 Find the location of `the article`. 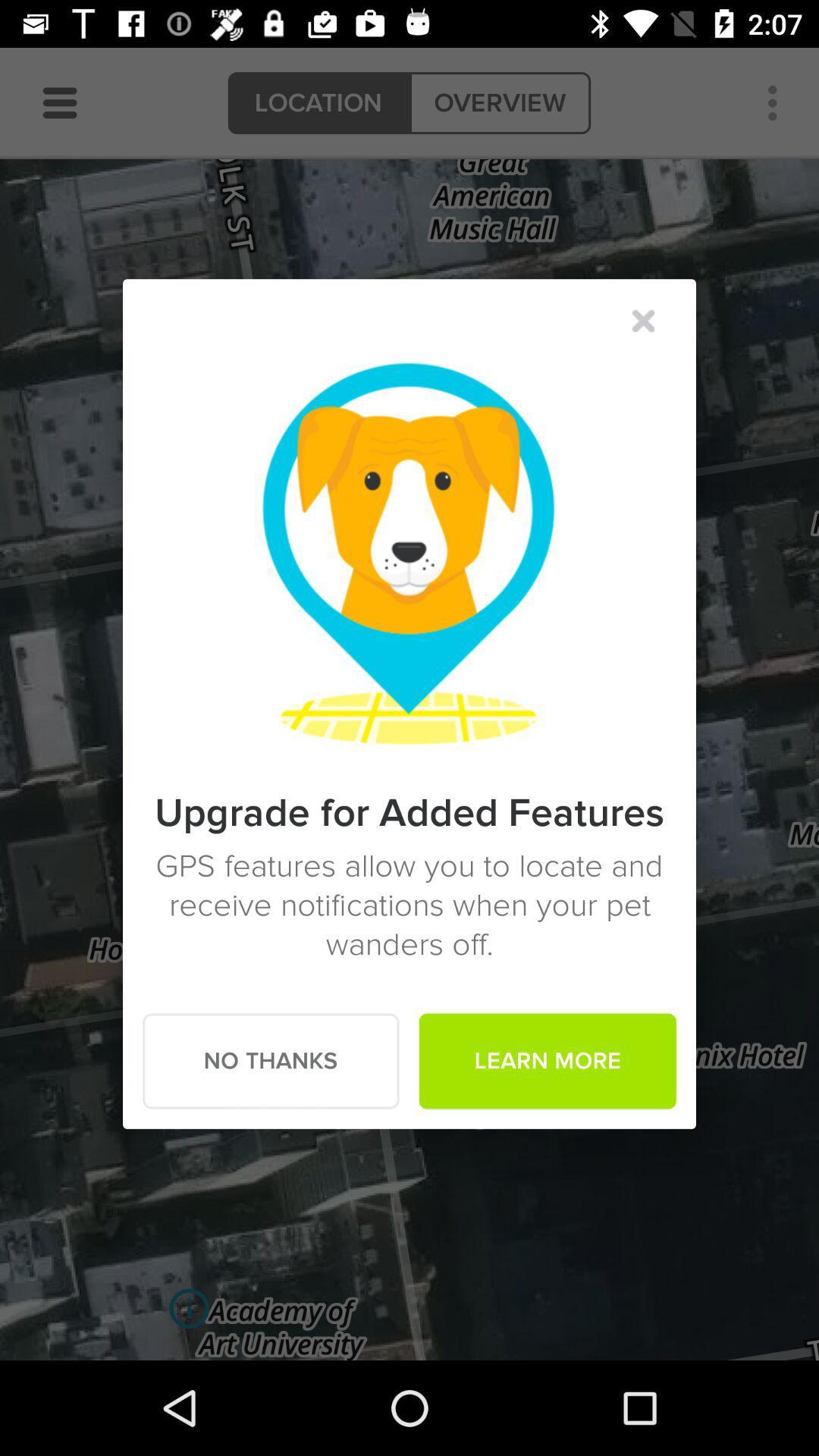

the article is located at coordinates (643, 320).